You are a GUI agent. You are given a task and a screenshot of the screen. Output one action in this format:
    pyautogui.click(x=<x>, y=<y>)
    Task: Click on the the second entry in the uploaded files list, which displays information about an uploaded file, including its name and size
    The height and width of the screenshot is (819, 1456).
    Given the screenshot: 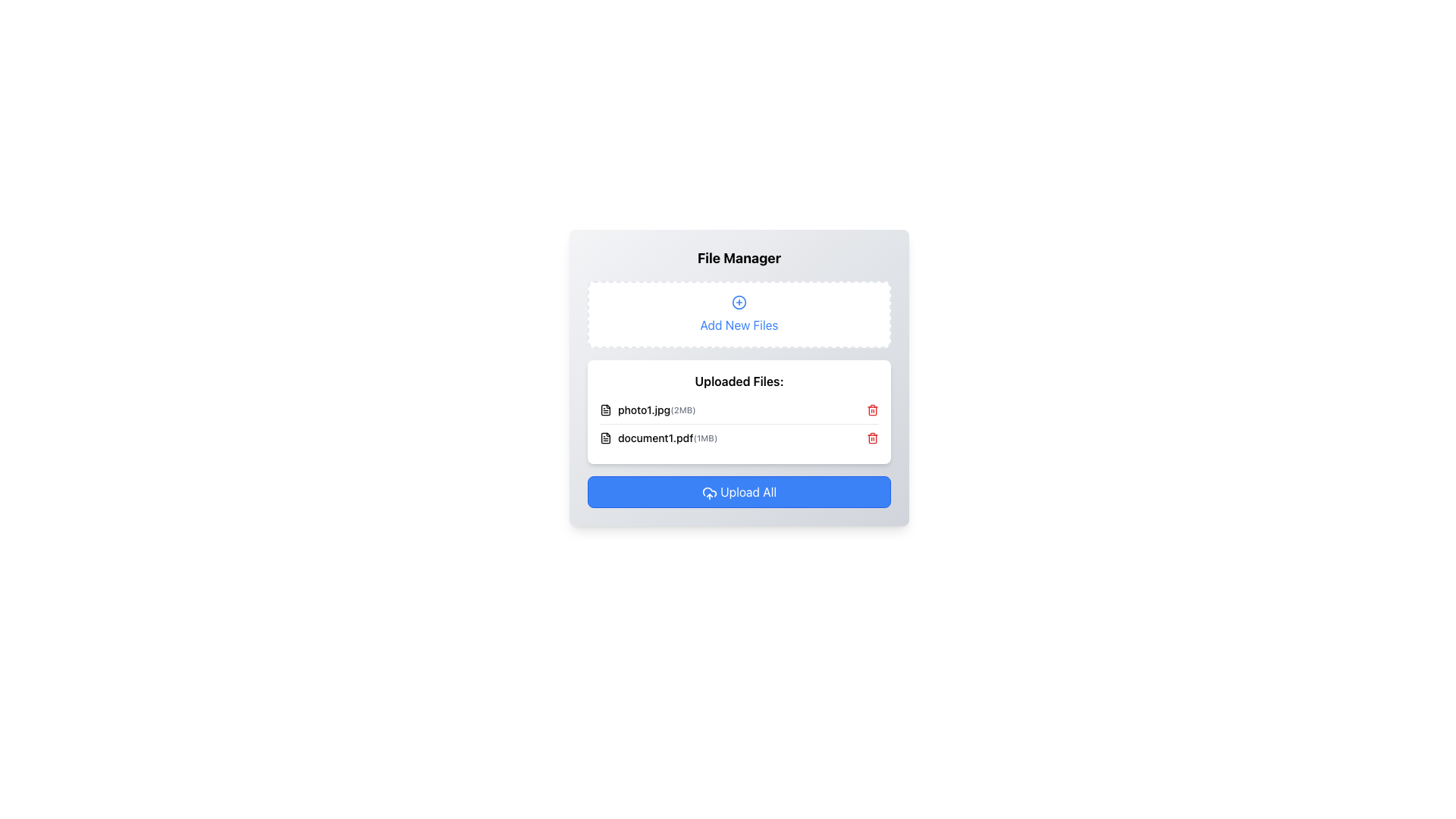 What is the action you would take?
    pyautogui.click(x=667, y=438)
    